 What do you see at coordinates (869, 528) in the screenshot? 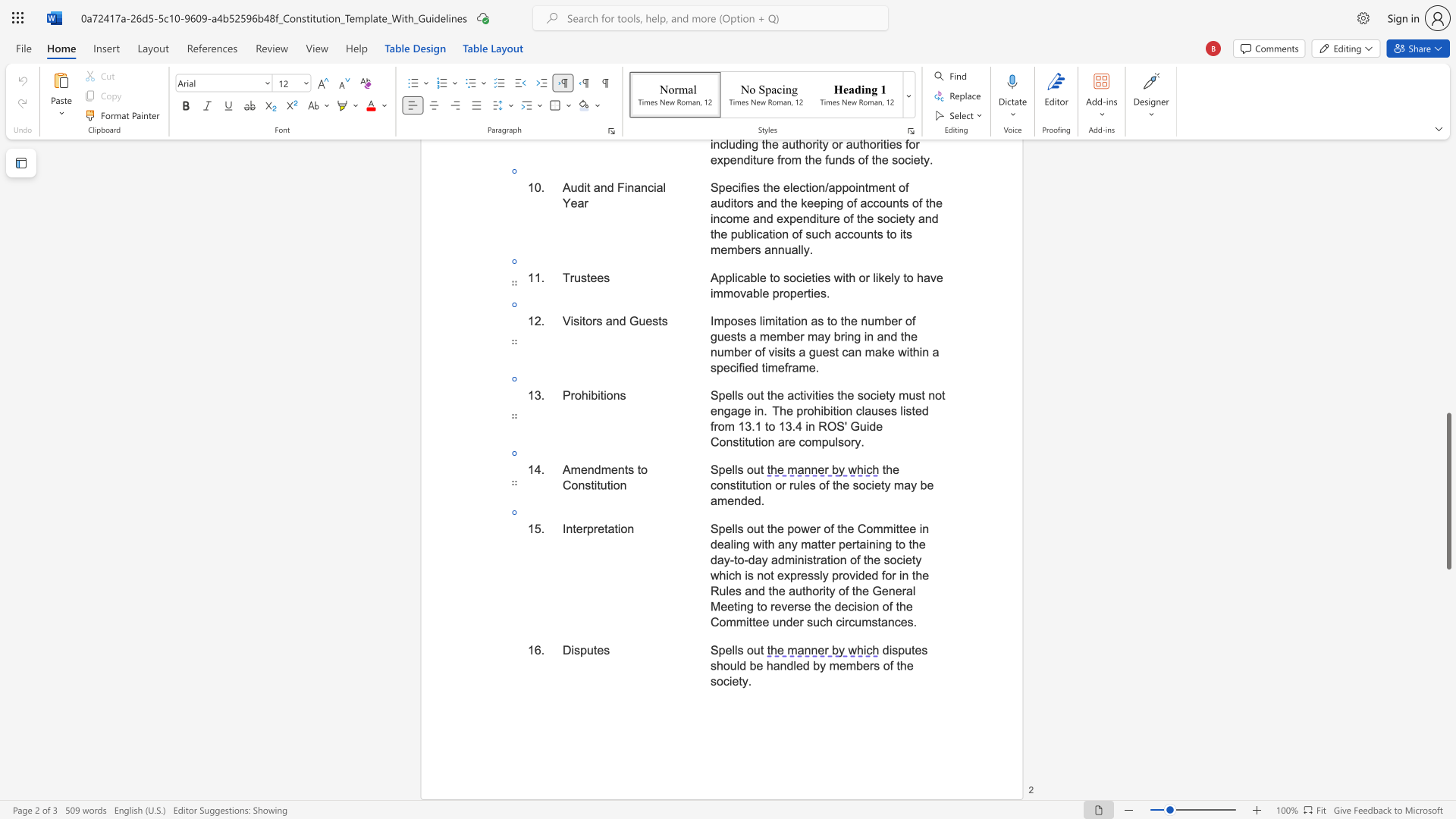
I see `the 4th character "o" in the text` at bounding box center [869, 528].